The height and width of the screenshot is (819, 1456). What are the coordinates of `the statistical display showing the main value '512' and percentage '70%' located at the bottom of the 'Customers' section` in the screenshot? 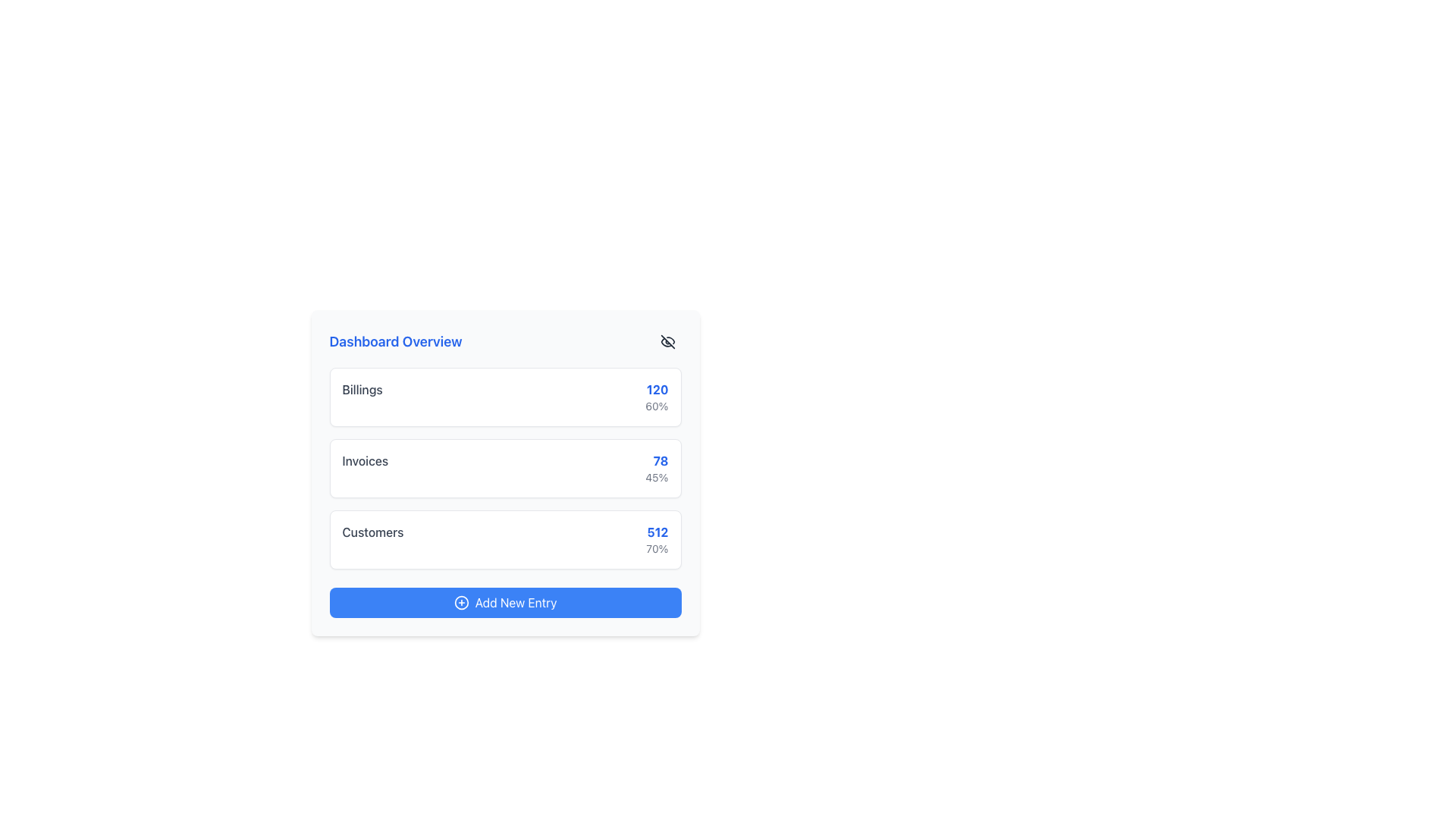 It's located at (657, 539).